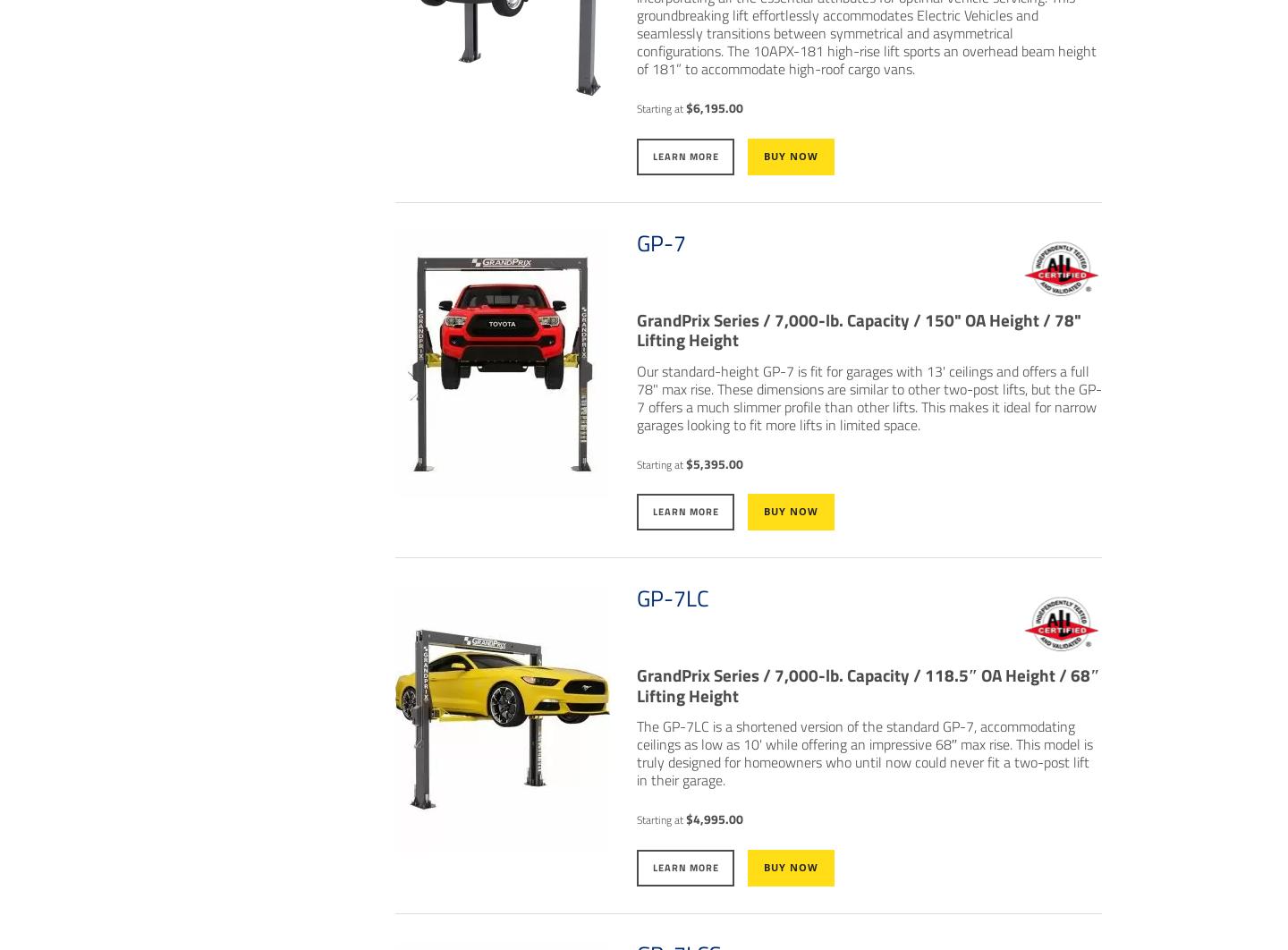 This screenshot has height=950, width=1288. What do you see at coordinates (659, 242) in the screenshot?
I see `'GP-7'` at bounding box center [659, 242].